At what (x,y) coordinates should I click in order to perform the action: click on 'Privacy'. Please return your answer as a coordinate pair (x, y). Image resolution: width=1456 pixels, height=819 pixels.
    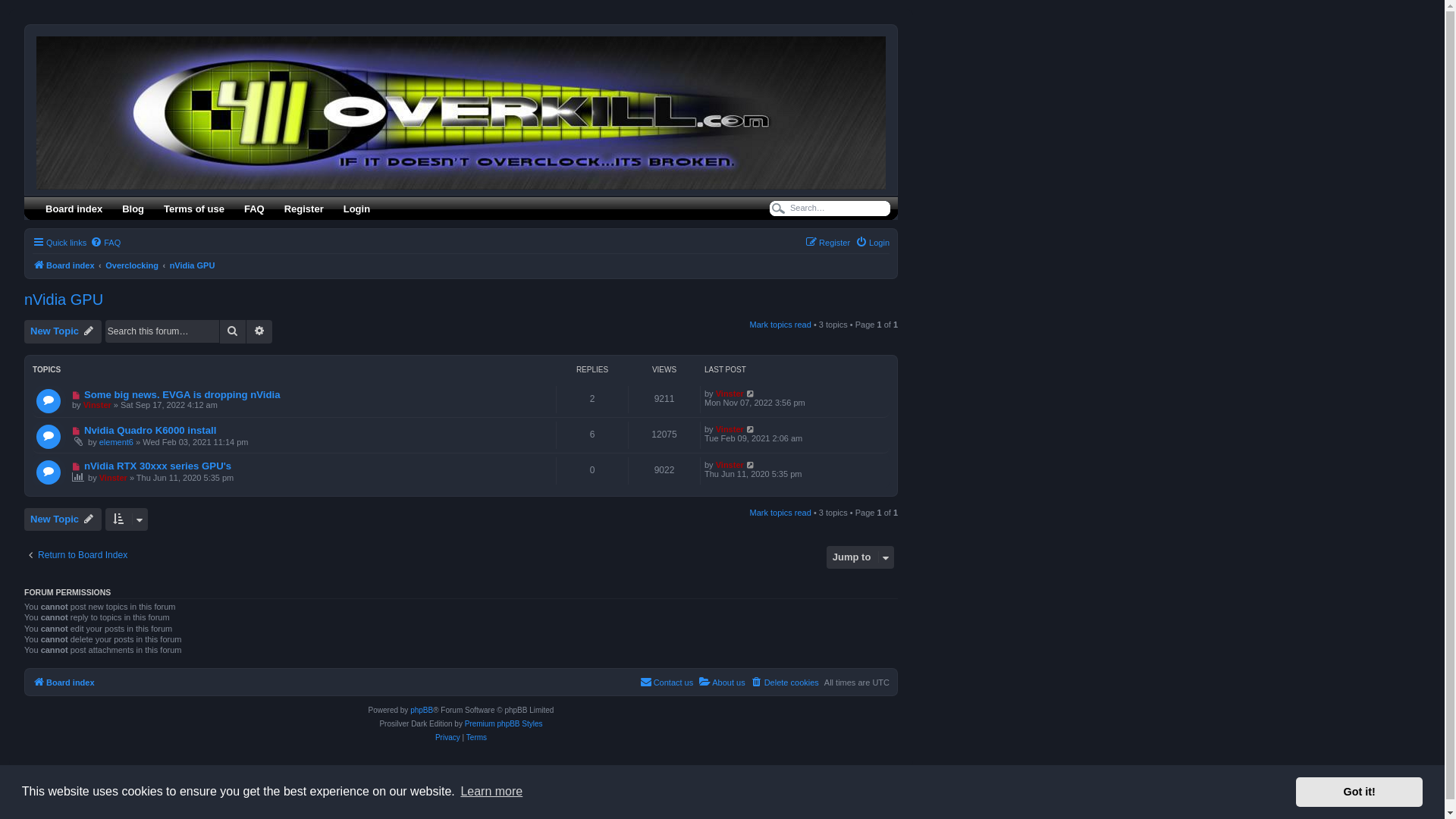
    Looking at the image, I should click on (435, 736).